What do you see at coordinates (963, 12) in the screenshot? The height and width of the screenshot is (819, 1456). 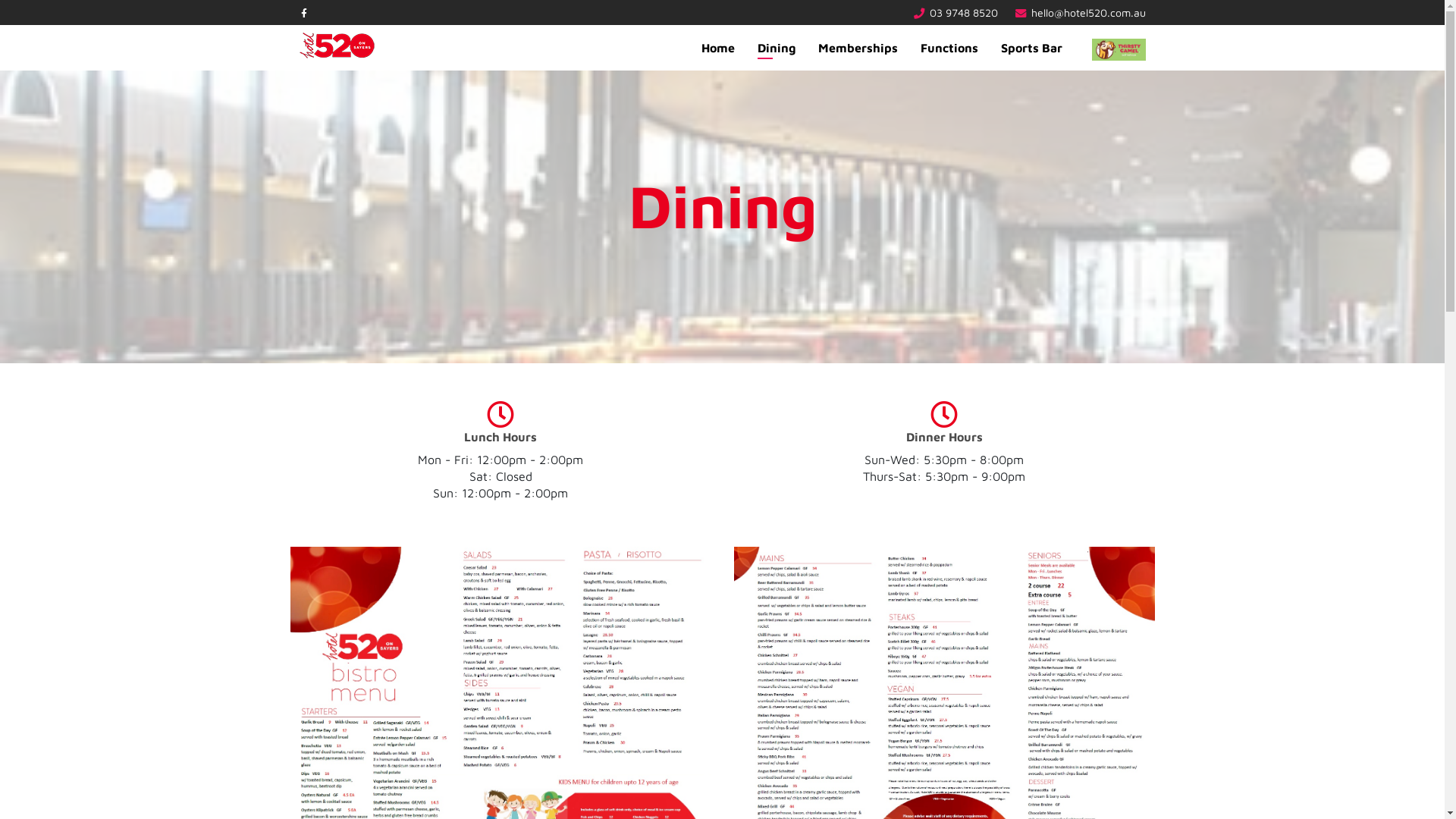 I see `'03 9748 8520'` at bounding box center [963, 12].